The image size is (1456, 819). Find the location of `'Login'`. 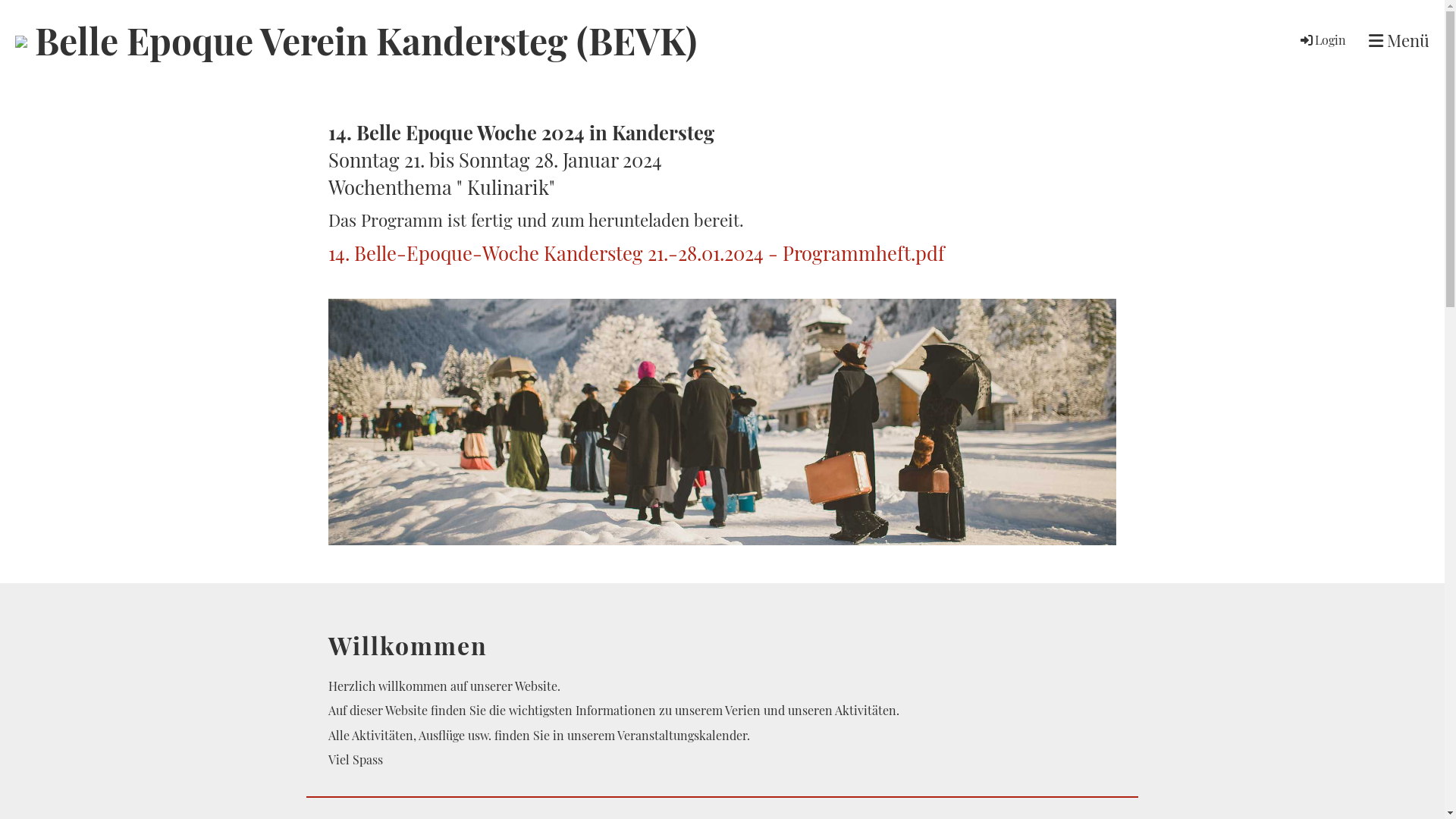

'Login' is located at coordinates (1298, 39).